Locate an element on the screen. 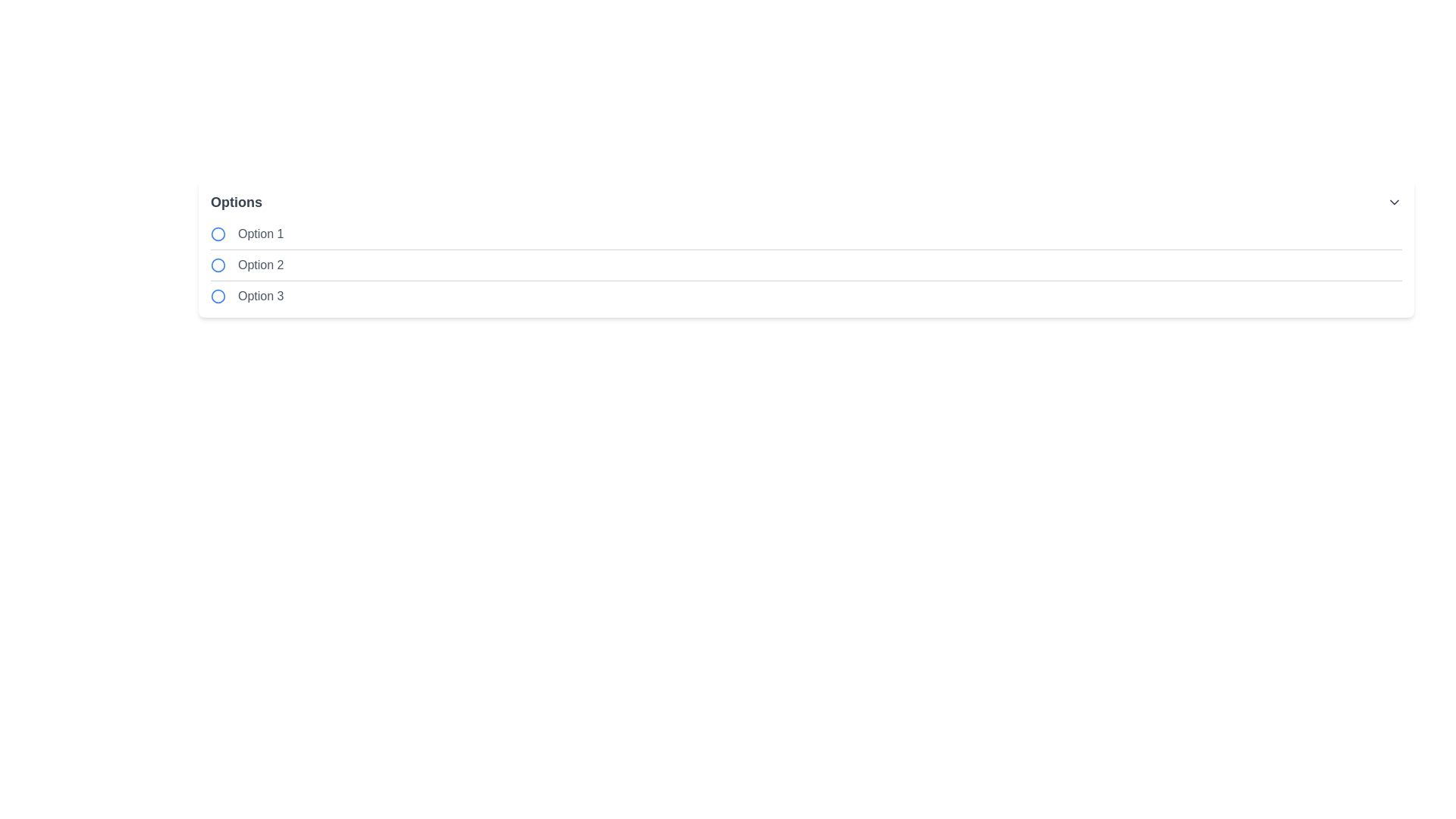 The width and height of the screenshot is (1456, 819). the third radio button in the vertical list is located at coordinates (218, 296).